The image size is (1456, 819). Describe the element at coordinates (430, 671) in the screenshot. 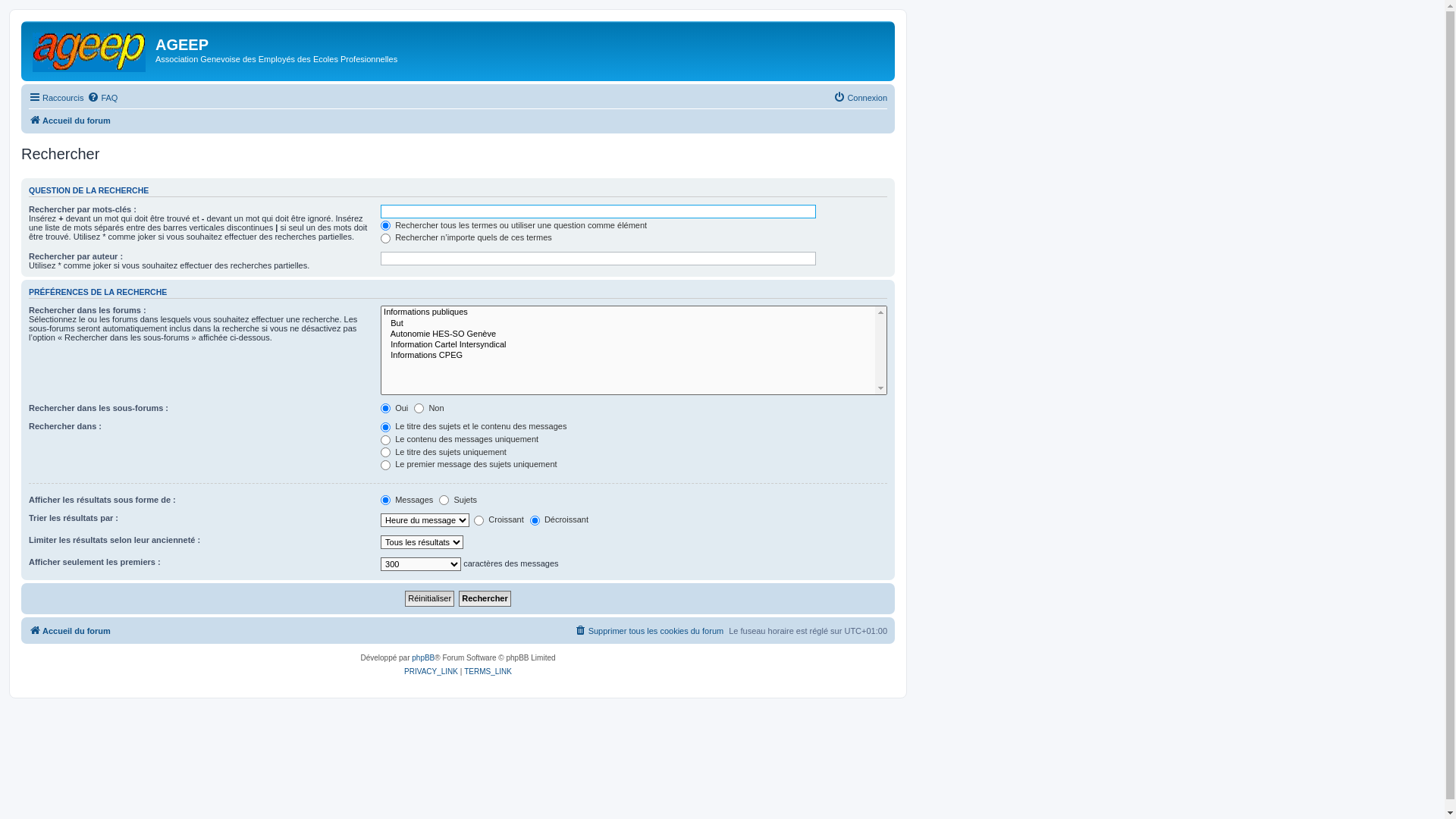

I see `'PRIVACY_LINK'` at that location.